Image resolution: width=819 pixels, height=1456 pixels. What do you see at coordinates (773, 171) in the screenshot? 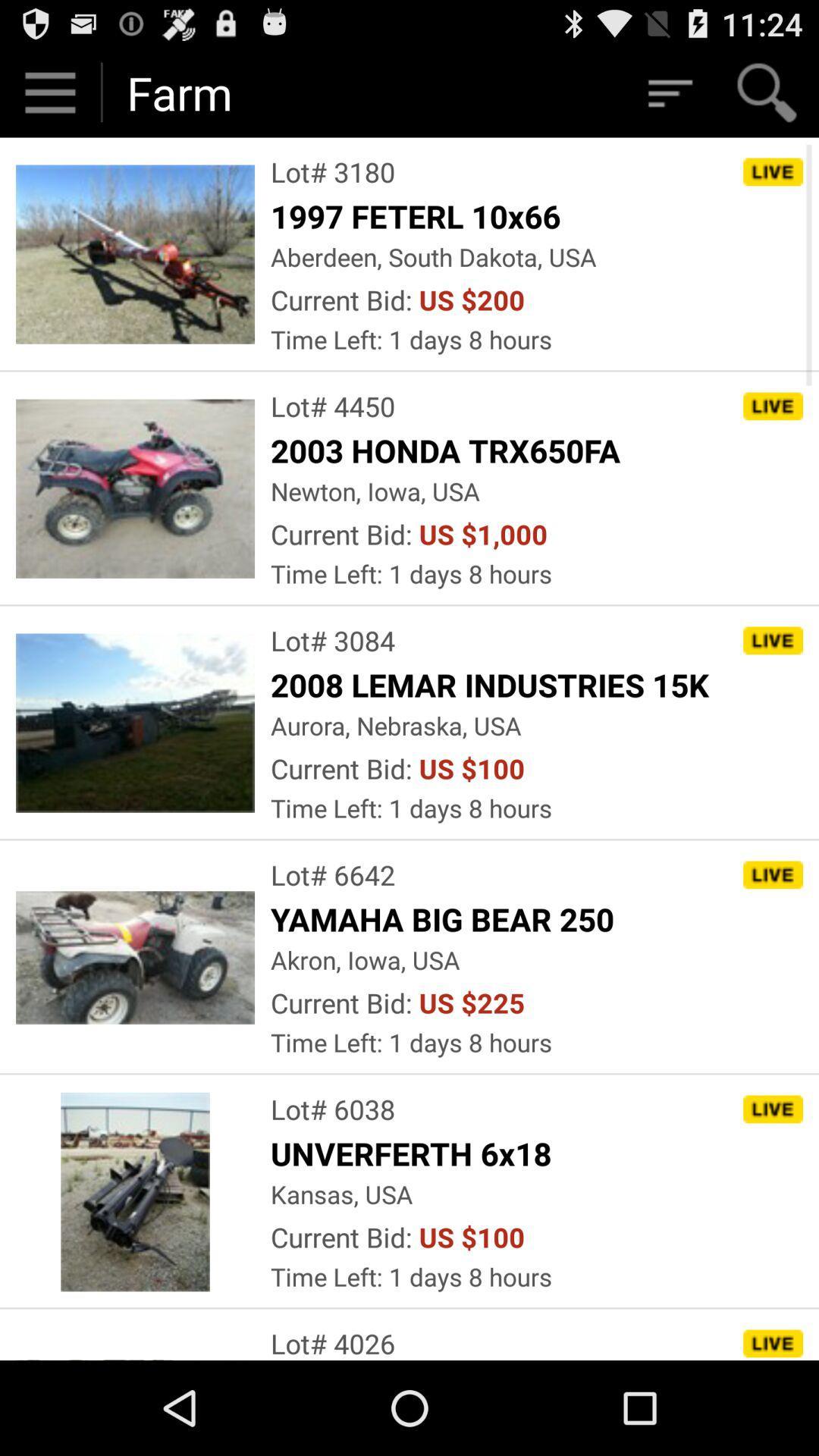
I see `the button which is right to the text lot 3180` at bounding box center [773, 171].